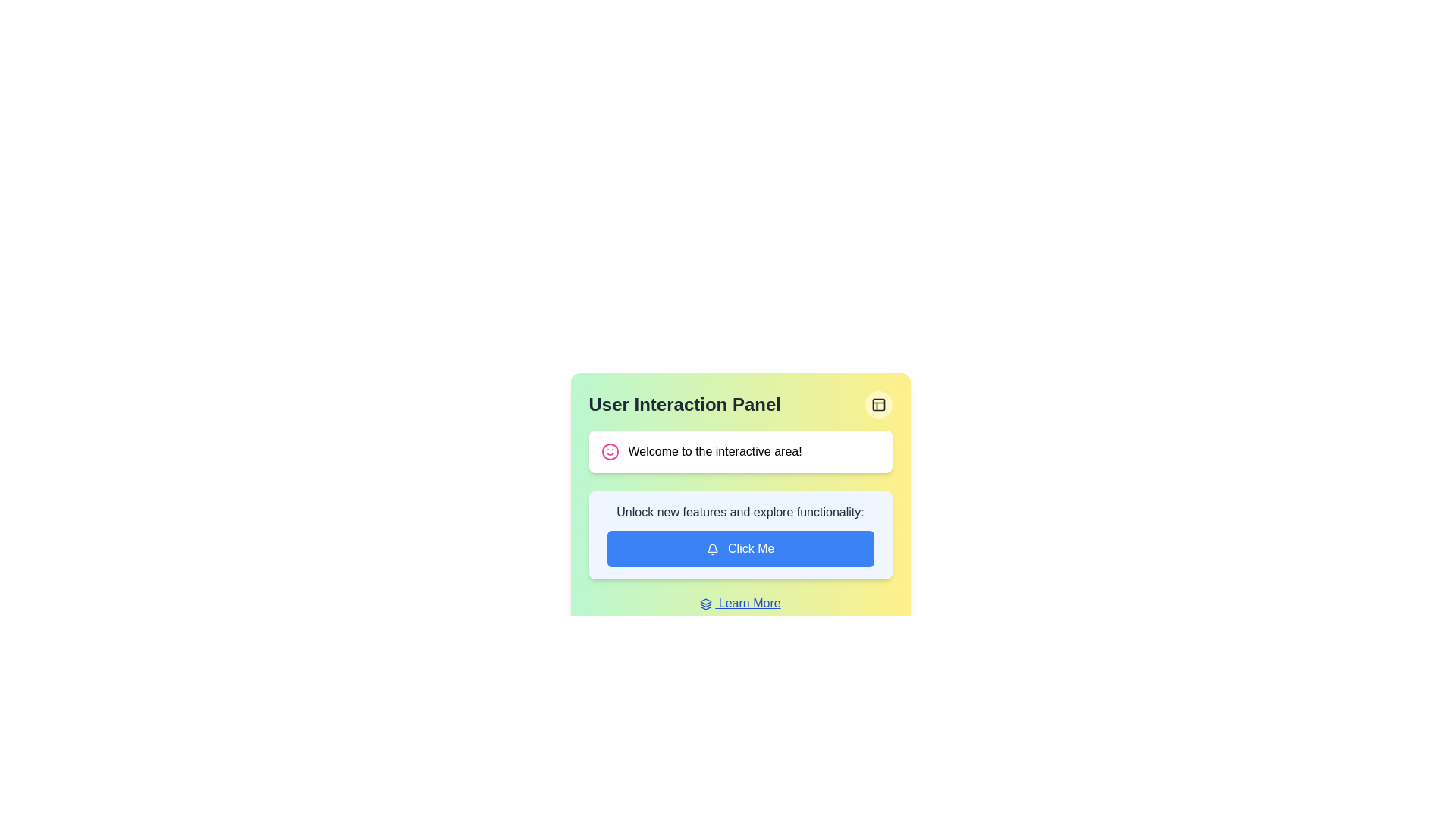  Describe the element at coordinates (740, 451) in the screenshot. I see `the Text block with an accompanying icon that serves as an introduction or welcome message, located beneath the title 'User Interaction Panel'` at that location.